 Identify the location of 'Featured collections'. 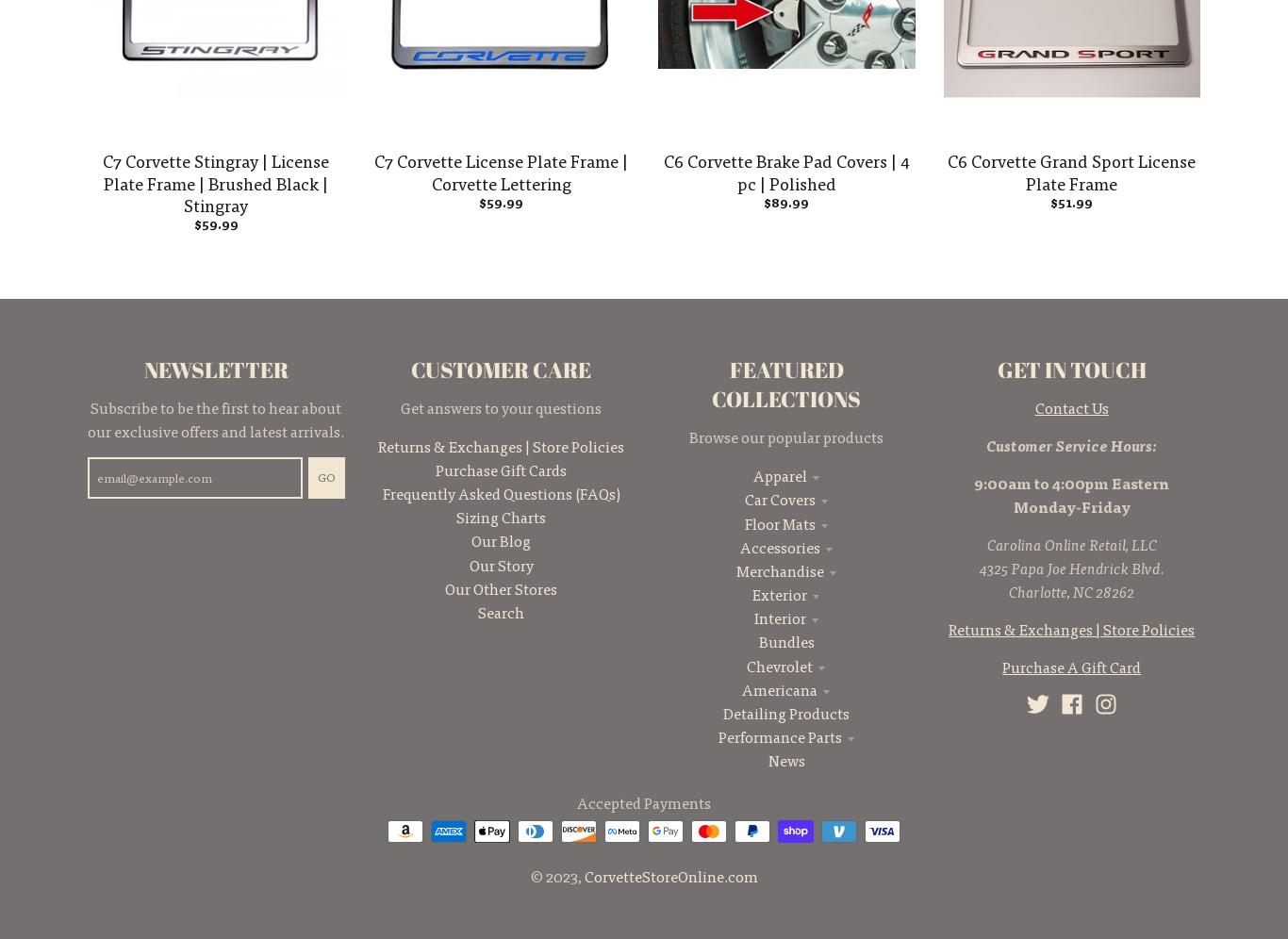
(784, 383).